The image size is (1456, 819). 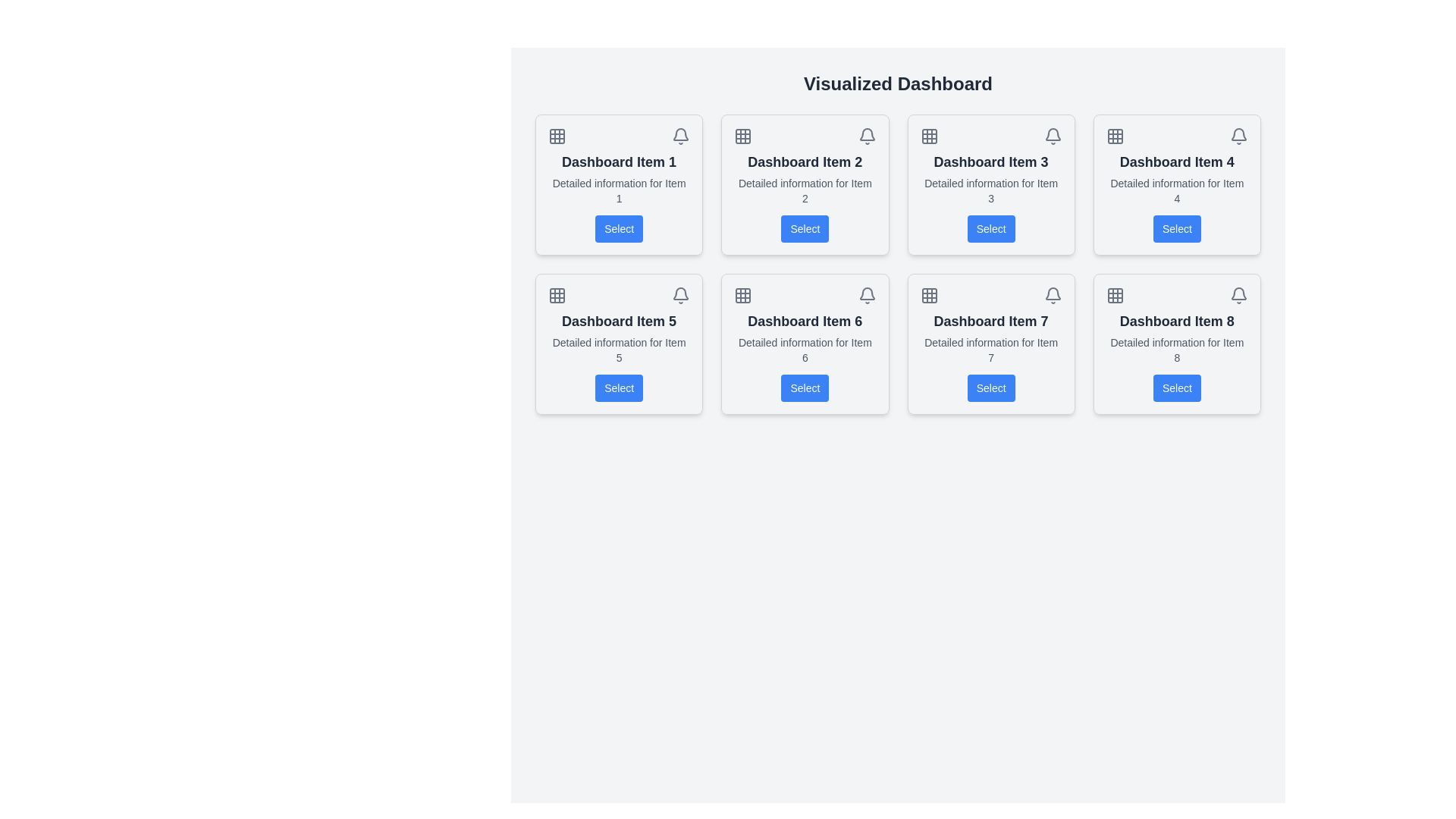 I want to click on the bell icon located in the top-right corner of the card labeled 'Dashboard Item 6', so click(x=866, y=293).